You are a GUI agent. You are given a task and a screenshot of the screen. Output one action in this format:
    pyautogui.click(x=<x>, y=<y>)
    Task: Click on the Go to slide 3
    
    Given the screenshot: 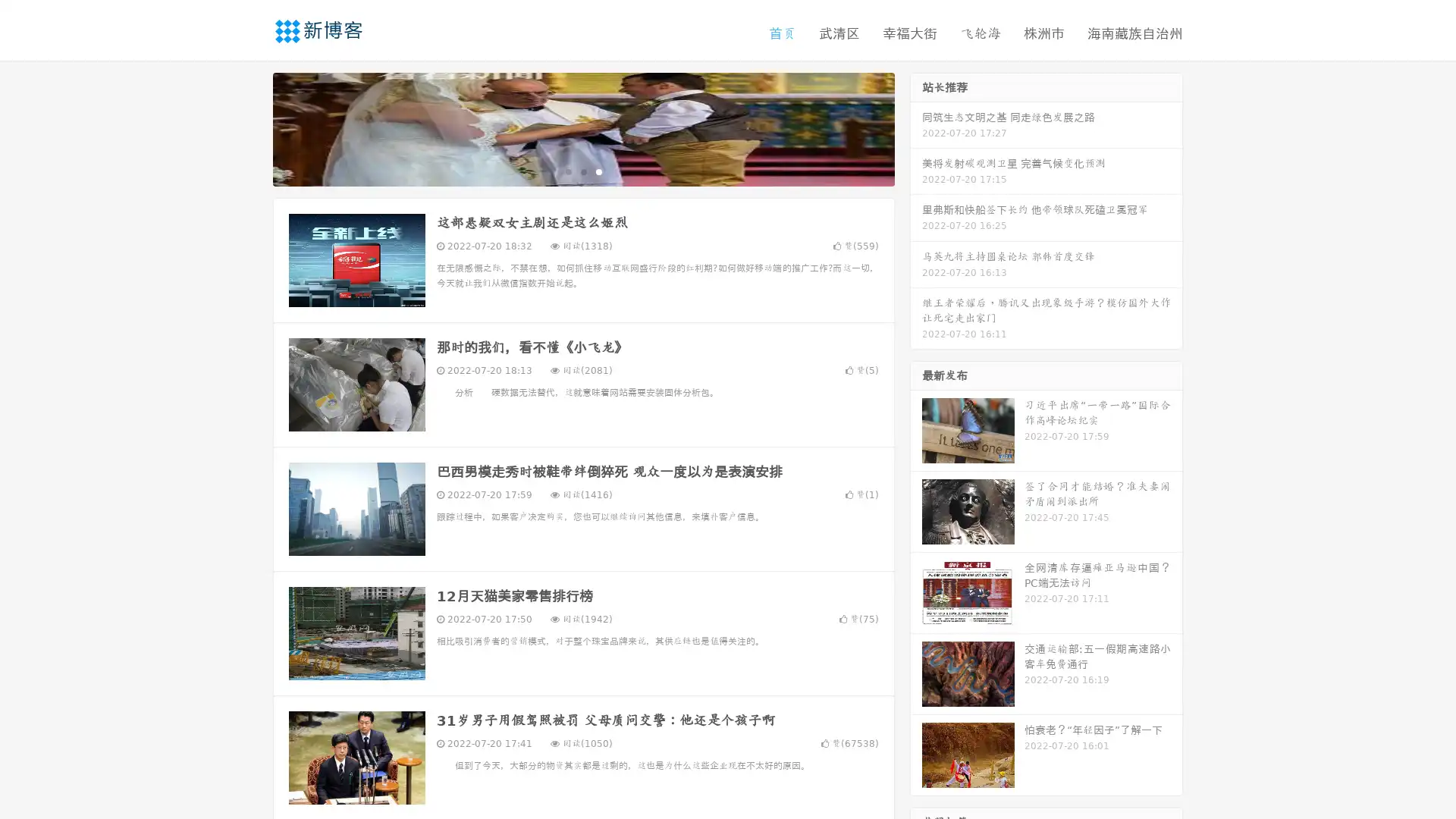 What is the action you would take?
    pyautogui.click(x=598, y=171)
    